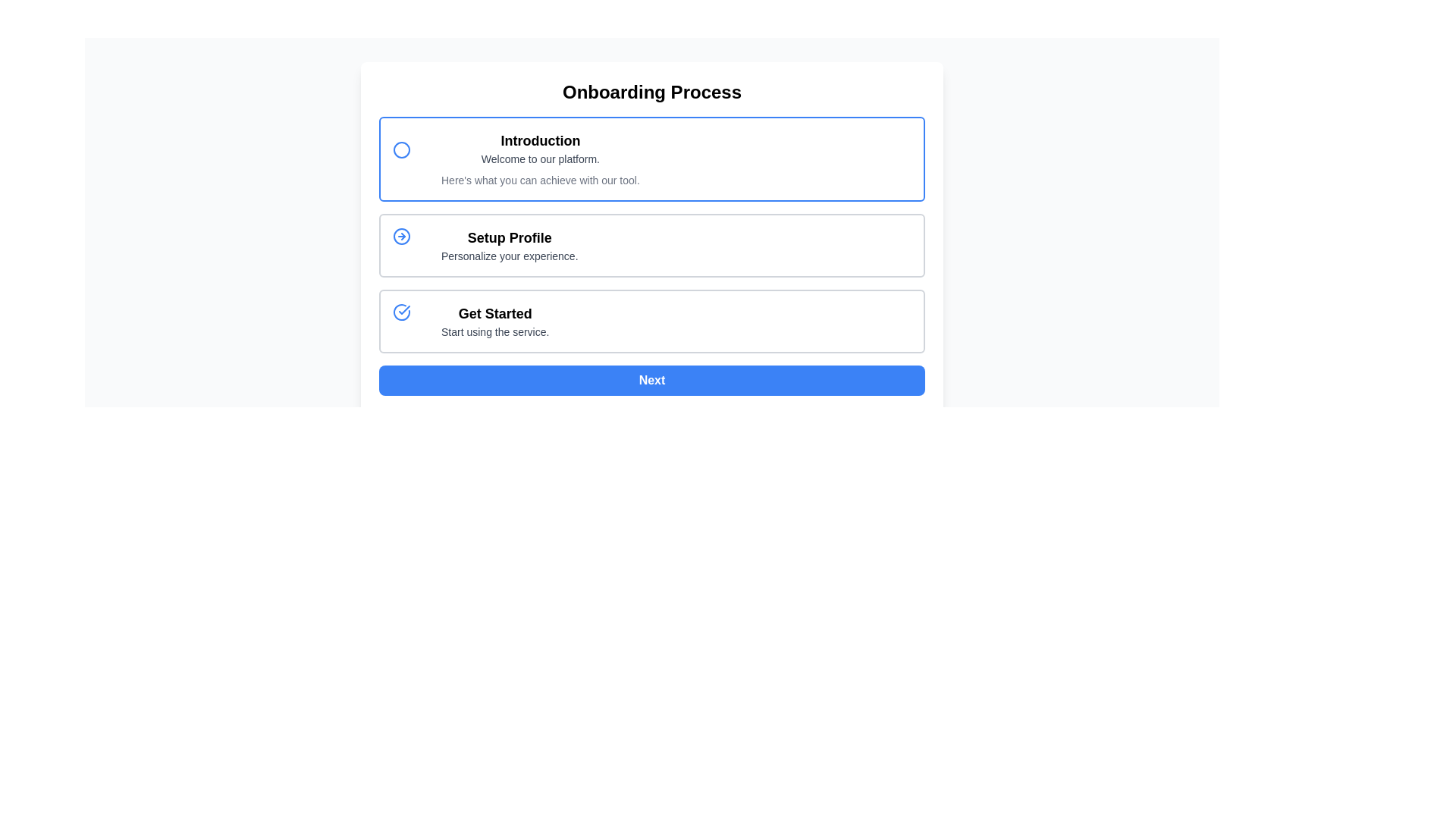 The width and height of the screenshot is (1456, 819). Describe the element at coordinates (401, 312) in the screenshot. I see `the graphical decorative element icon indicating the completion or selection status of the 'Get Started' onboarding step, positioned in the third row and aligned to the left of the 'Get Started' text` at that location.